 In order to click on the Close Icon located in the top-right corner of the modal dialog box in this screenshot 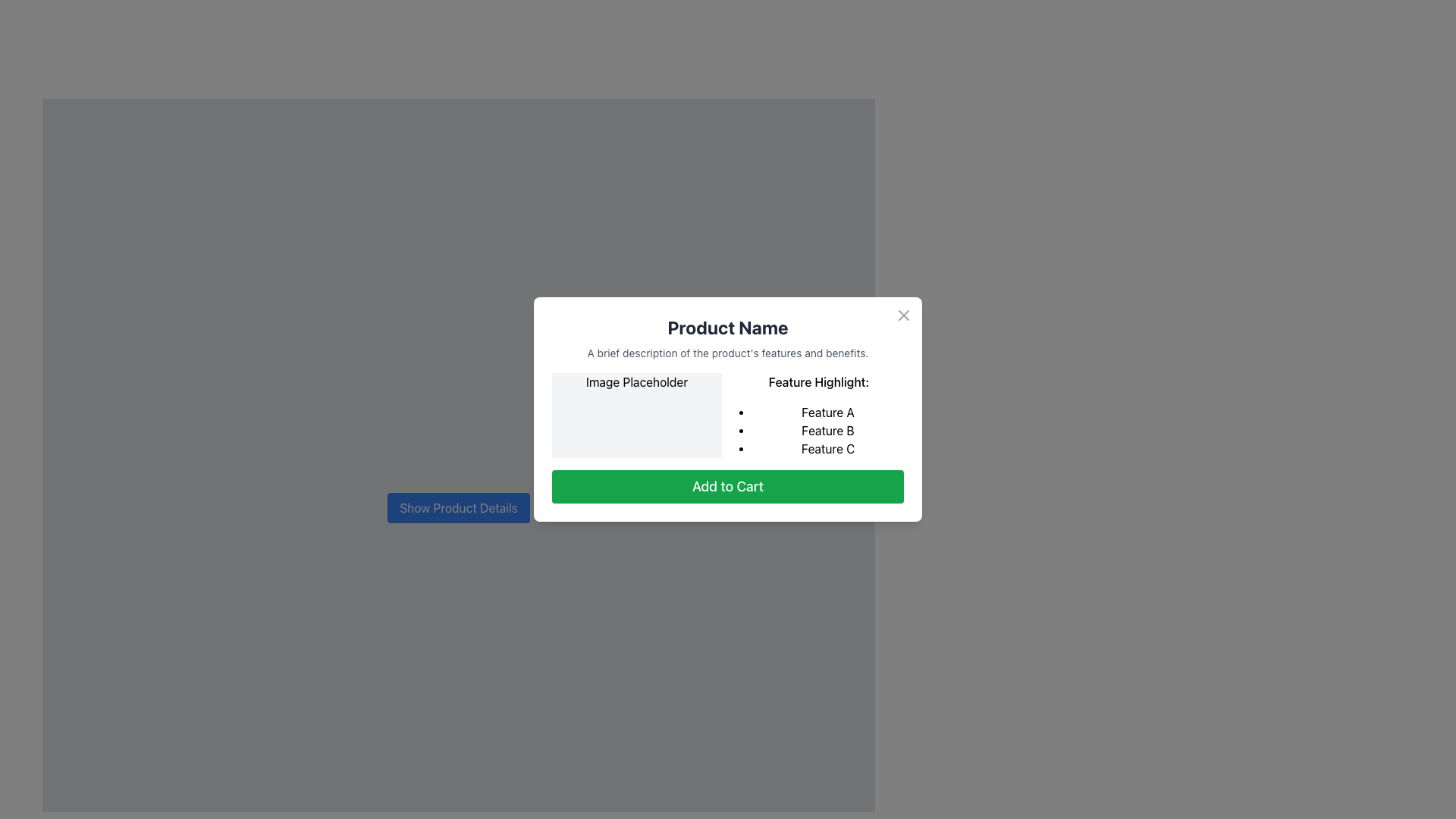, I will do `click(903, 315)`.